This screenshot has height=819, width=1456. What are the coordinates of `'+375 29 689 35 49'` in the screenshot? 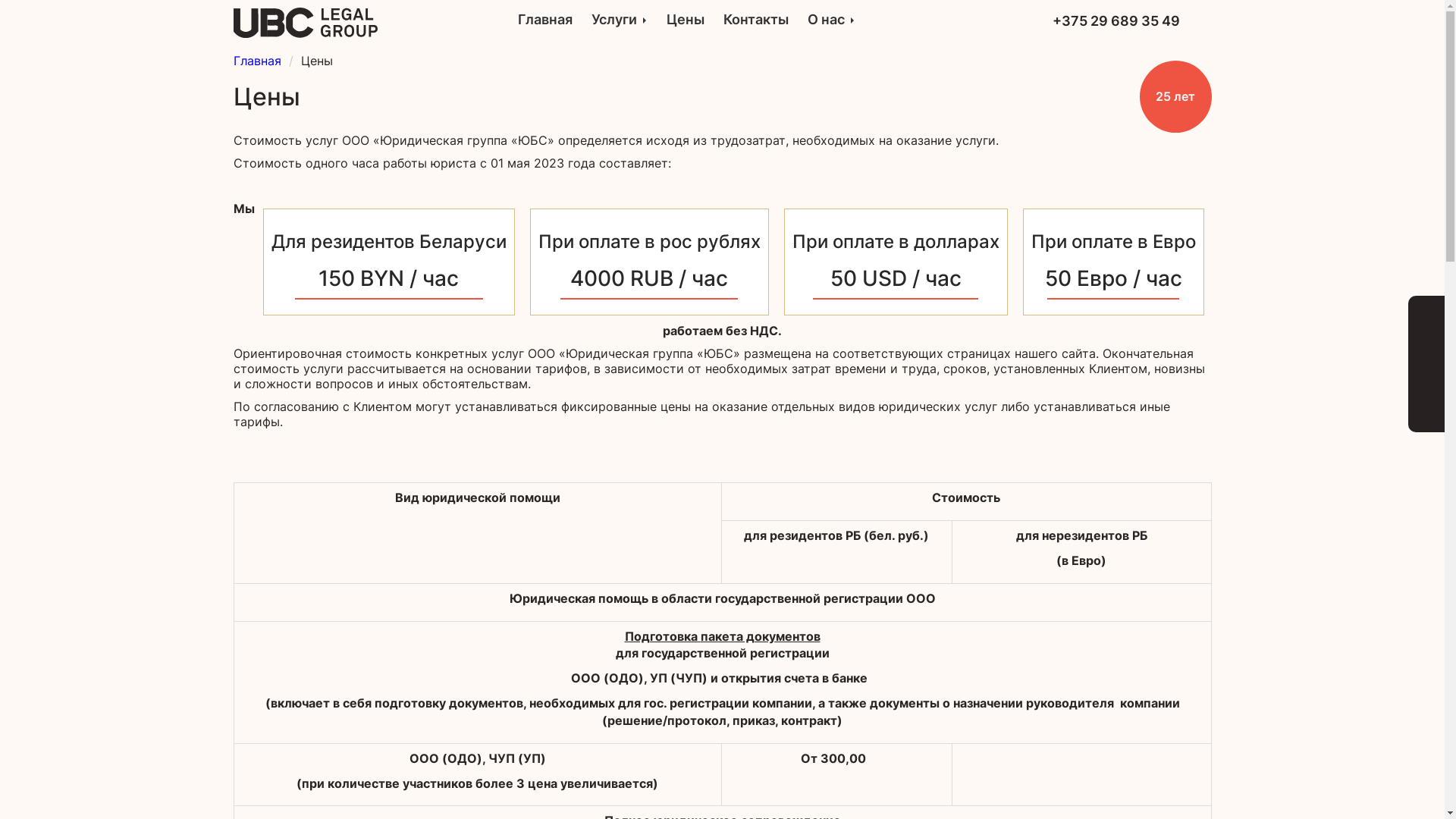 It's located at (1116, 20).